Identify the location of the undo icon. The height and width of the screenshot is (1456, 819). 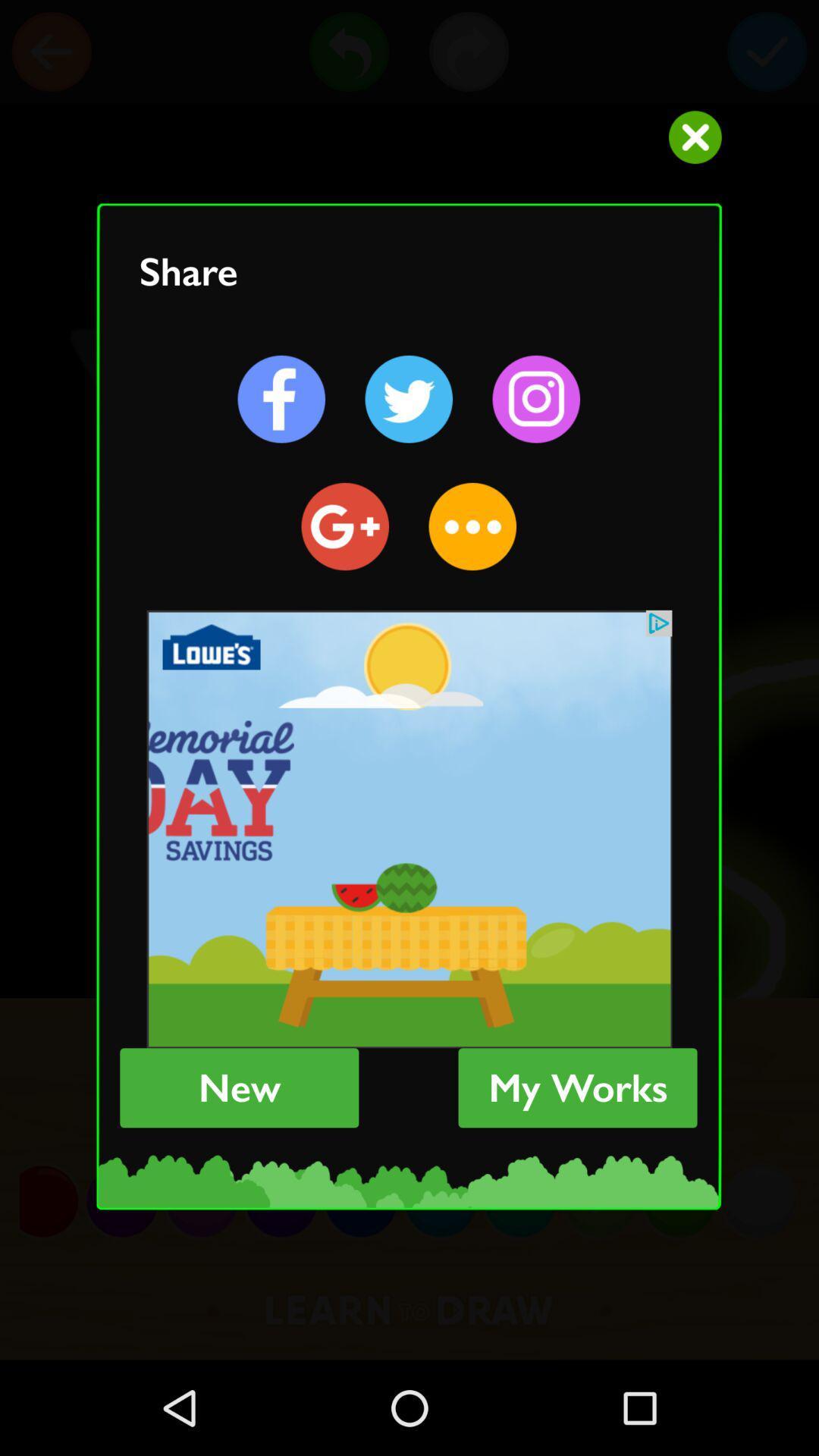
(349, 52).